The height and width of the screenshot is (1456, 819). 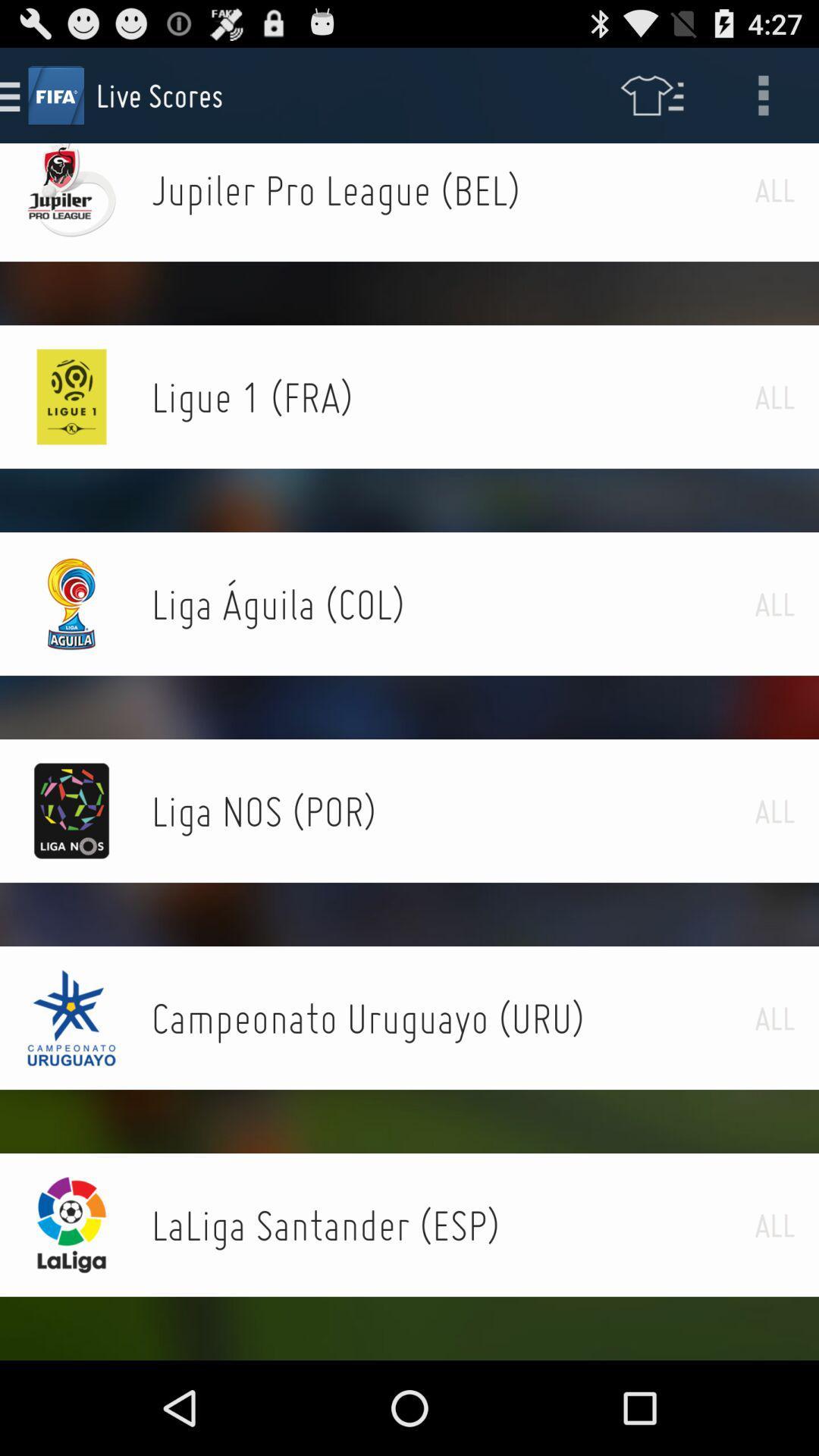 I want to click on item next to all item, so click(x=452, y=1018).